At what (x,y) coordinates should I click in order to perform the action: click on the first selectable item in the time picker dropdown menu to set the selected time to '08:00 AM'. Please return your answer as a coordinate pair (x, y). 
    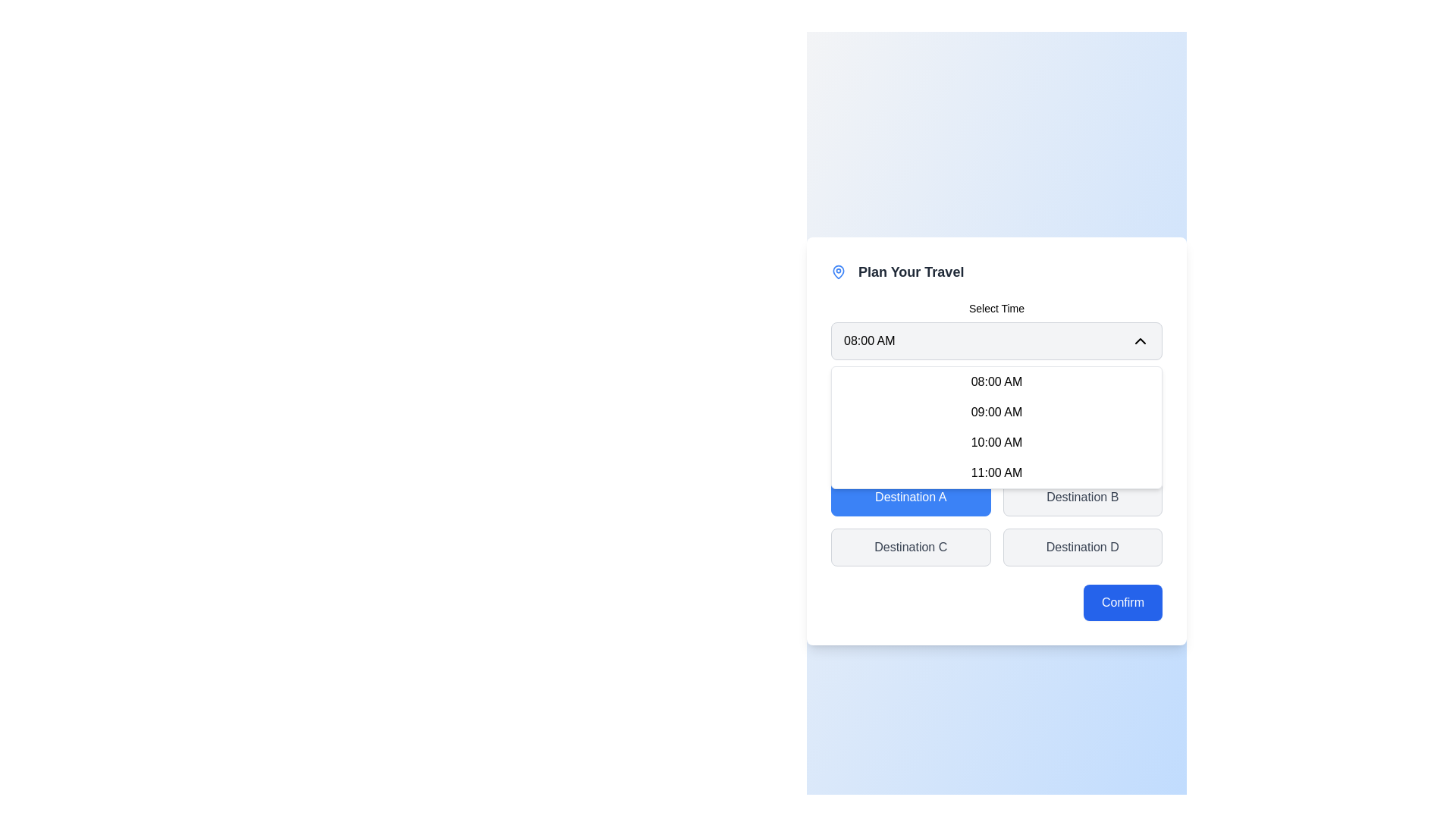
    Looking at the image, I should click on (996, 381).